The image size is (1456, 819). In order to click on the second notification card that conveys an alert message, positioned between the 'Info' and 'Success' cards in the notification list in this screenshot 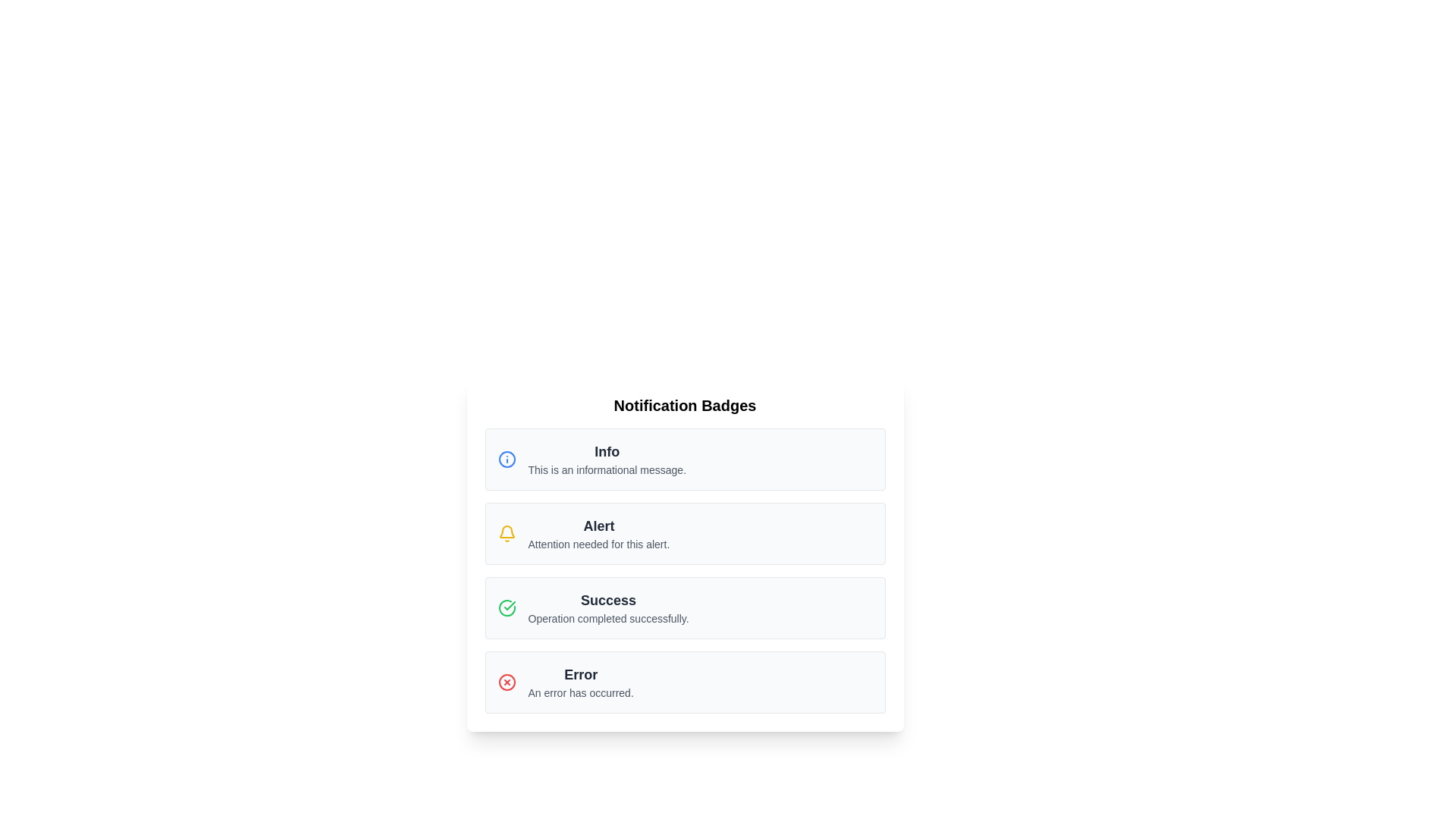, I will do `click(684, 533)`.